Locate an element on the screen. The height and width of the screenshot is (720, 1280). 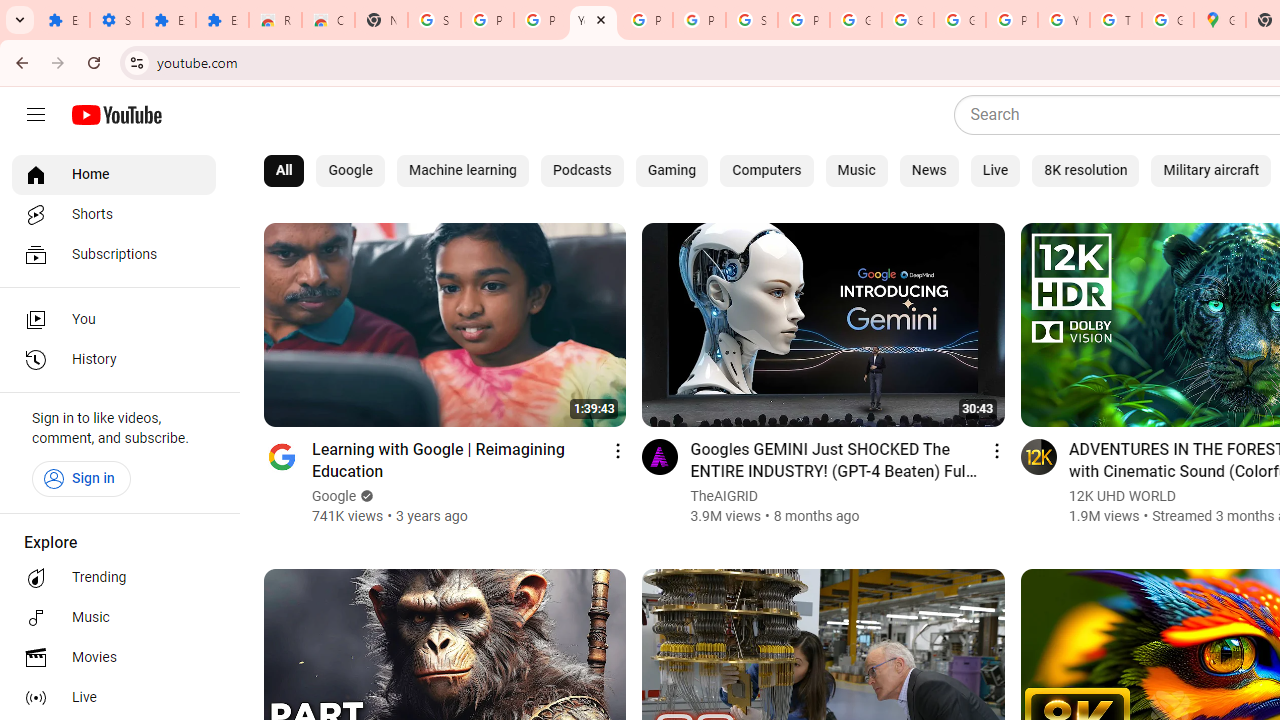
'Military aircraft' is located at coordinates (1210, 170).